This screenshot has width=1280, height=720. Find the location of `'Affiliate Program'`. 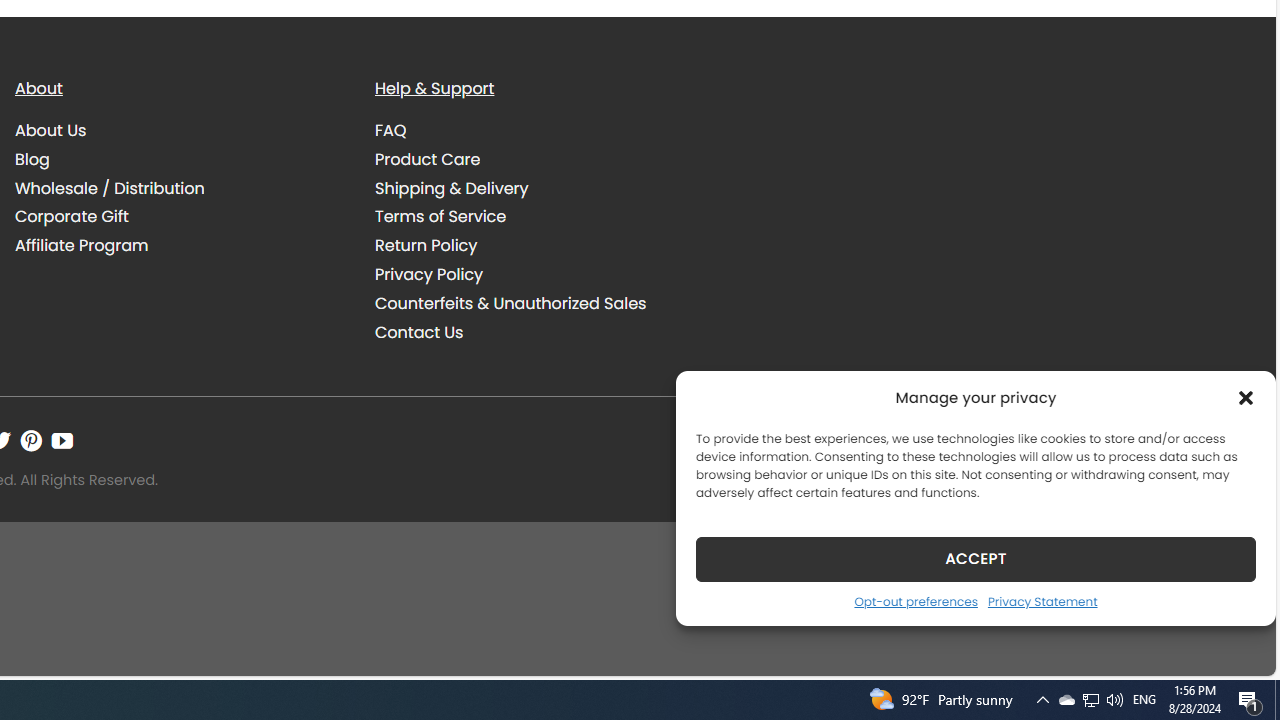

'Affiliate Program' is located at coordinates (180, 245).